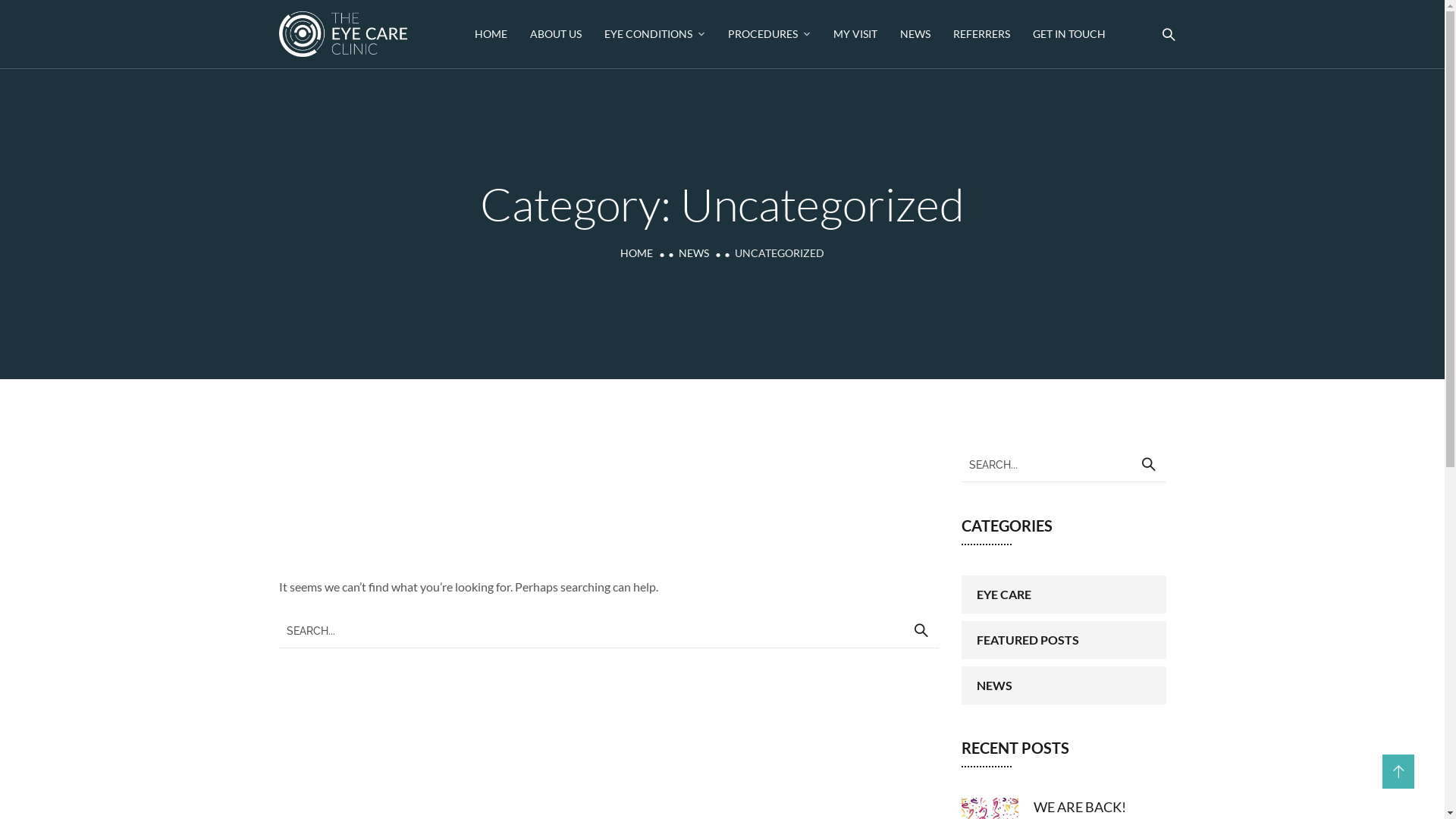 The width and height of the screenshot is (1456, 819). What do you see at coordinates (1078, 806) in the screenshot?
I see `'WE ARE BACK!'` at bounding box center [1078, 806].